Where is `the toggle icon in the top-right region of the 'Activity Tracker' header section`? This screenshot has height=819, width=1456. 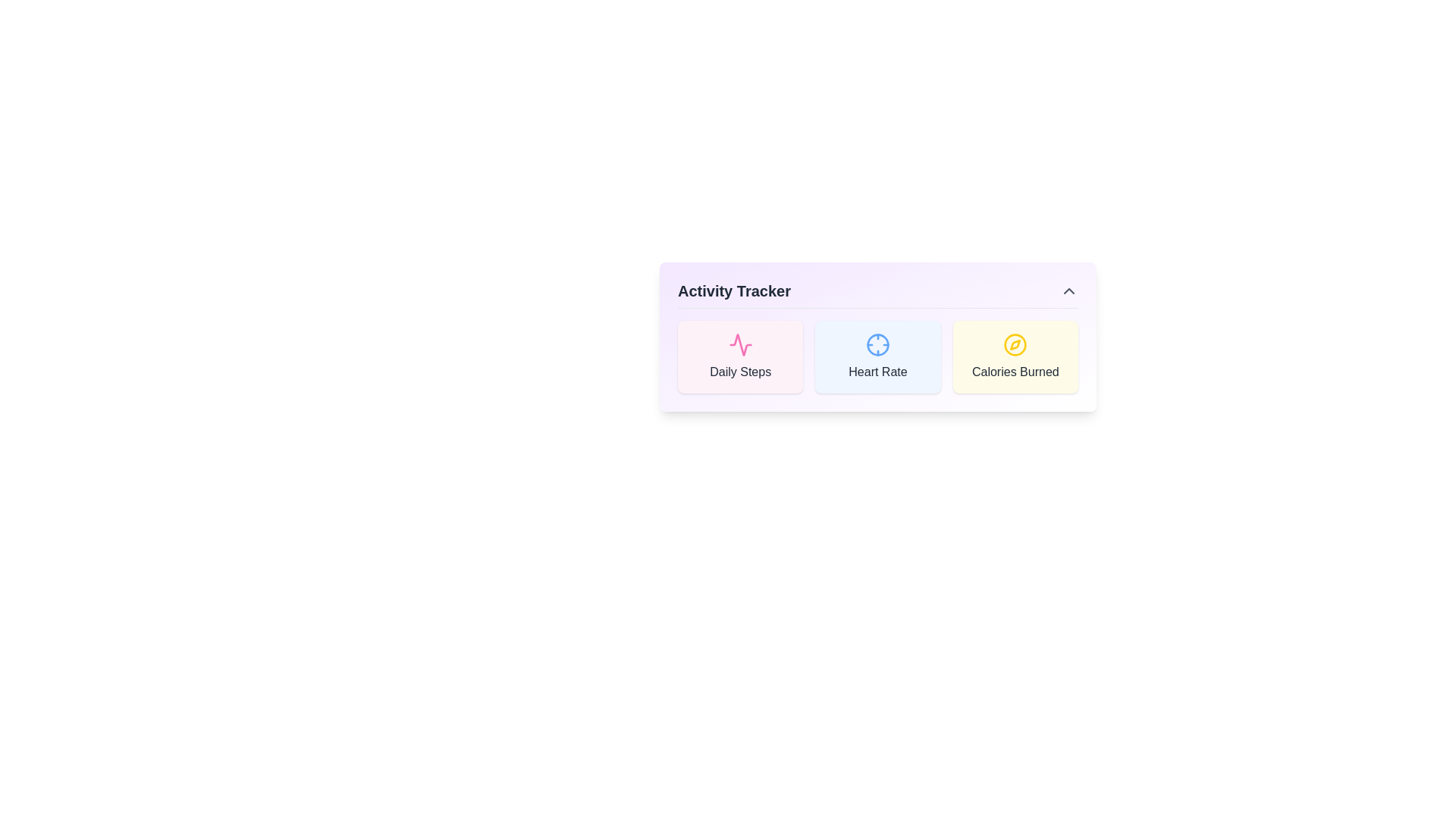
the toggle icon in the top-right region of the 'Activity Tracker' header section is located at coordinates (1068, 291).